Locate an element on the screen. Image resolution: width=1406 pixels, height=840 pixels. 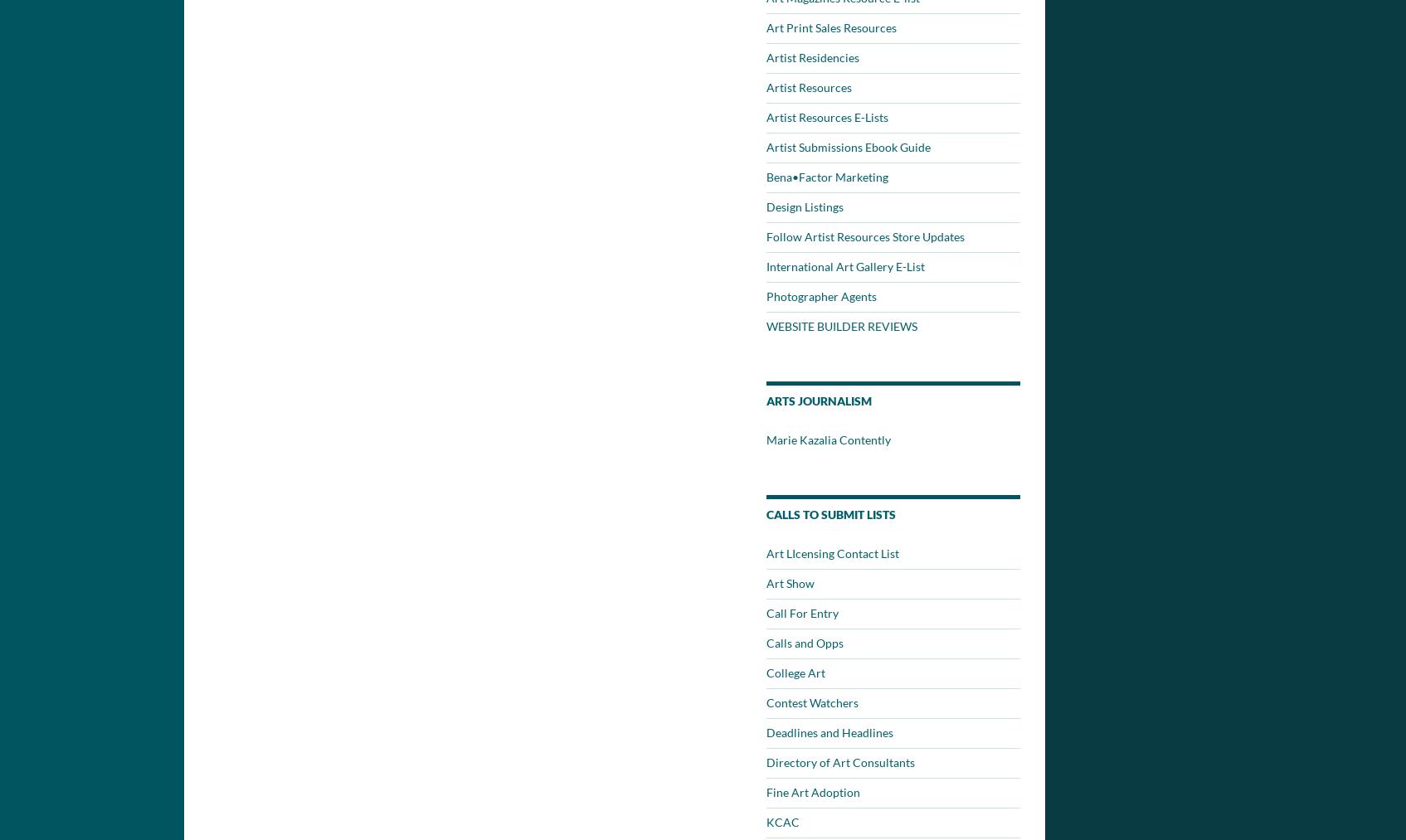
'Marie Kazalia Contently' is located at coordinates (828, 439).